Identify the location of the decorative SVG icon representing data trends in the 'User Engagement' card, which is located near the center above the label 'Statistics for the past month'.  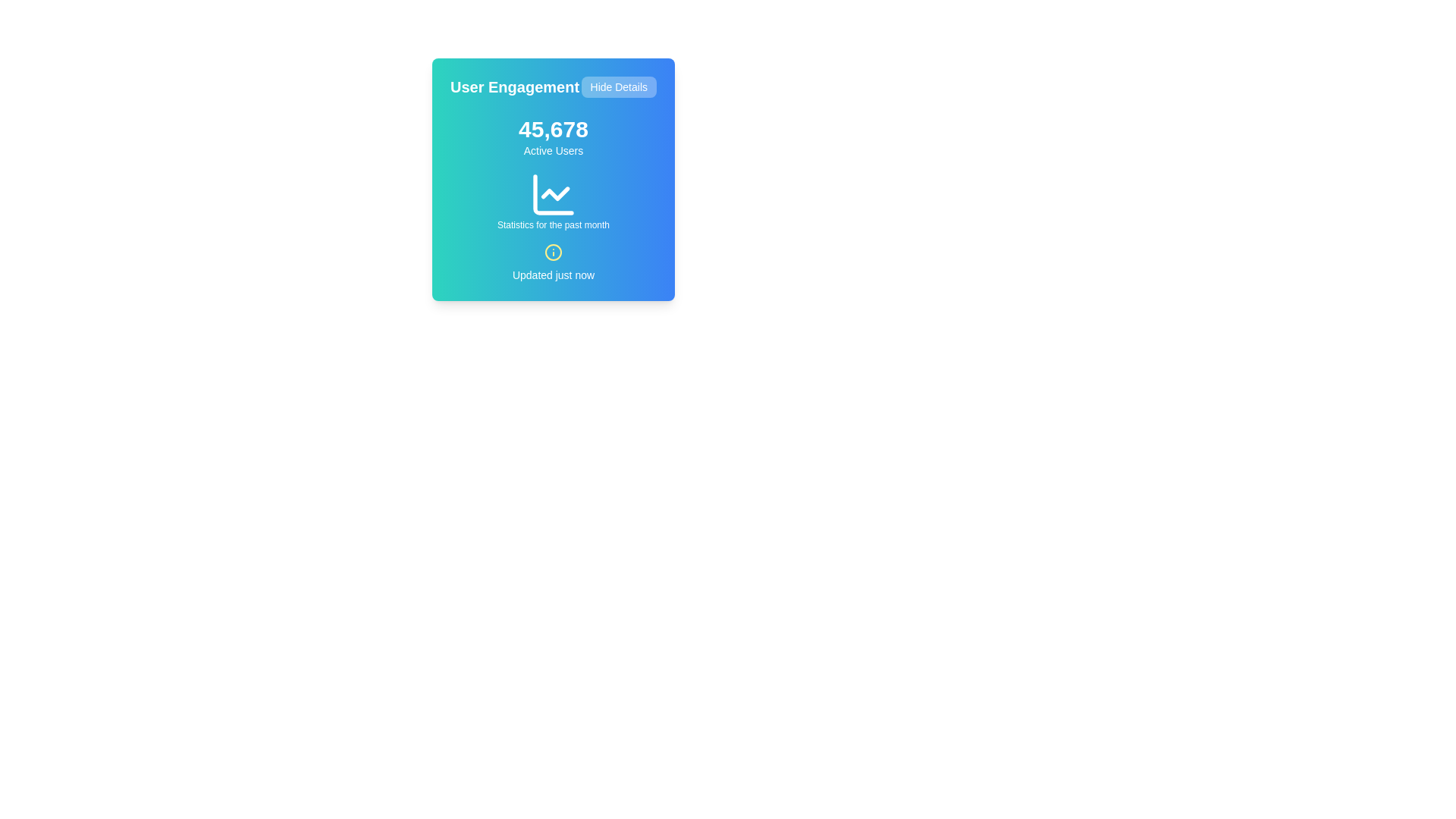
(554, 193).